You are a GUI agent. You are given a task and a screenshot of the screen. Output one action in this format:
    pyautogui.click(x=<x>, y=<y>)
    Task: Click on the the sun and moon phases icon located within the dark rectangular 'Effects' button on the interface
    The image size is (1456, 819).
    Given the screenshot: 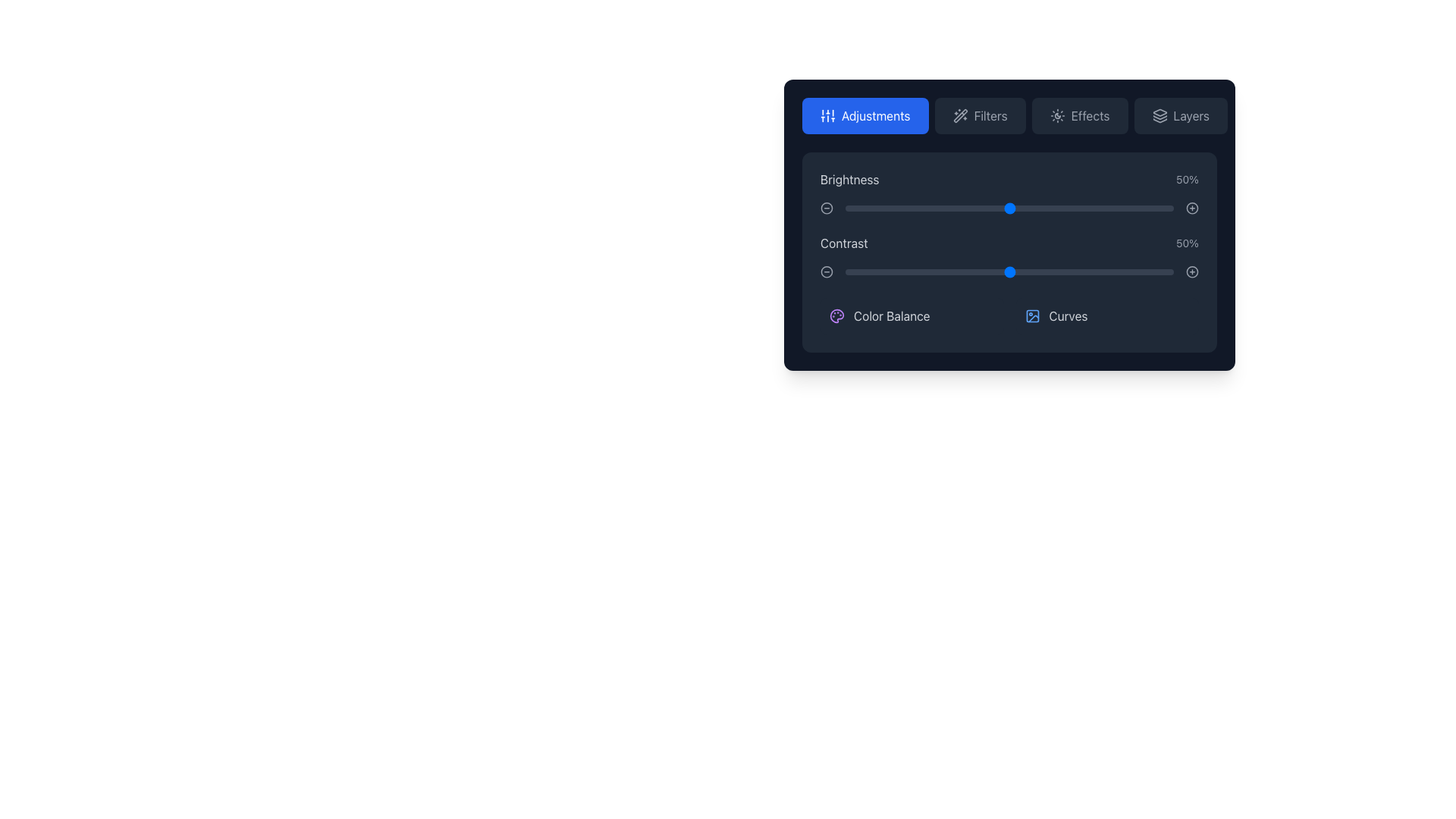 What is the action you would take?
    pyautogui.click(x=1056, y=115)
    